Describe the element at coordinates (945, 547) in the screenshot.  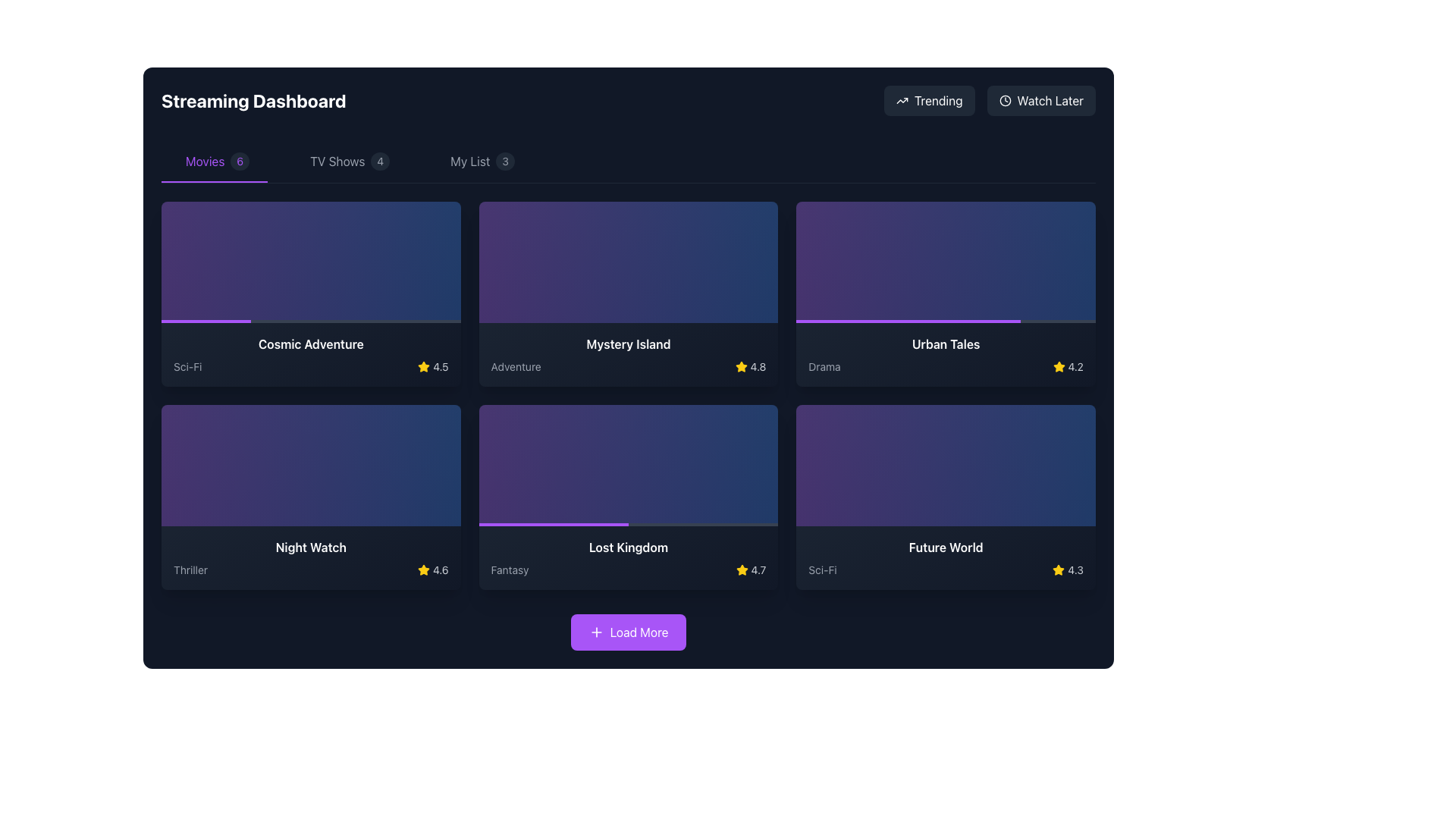
I see `the text label displaying the movie name 'Future World' located in the lower right card of the grid layout, specifically the fourth card in the row and sixth overall, positioned above the 'Load More' button` at that location.